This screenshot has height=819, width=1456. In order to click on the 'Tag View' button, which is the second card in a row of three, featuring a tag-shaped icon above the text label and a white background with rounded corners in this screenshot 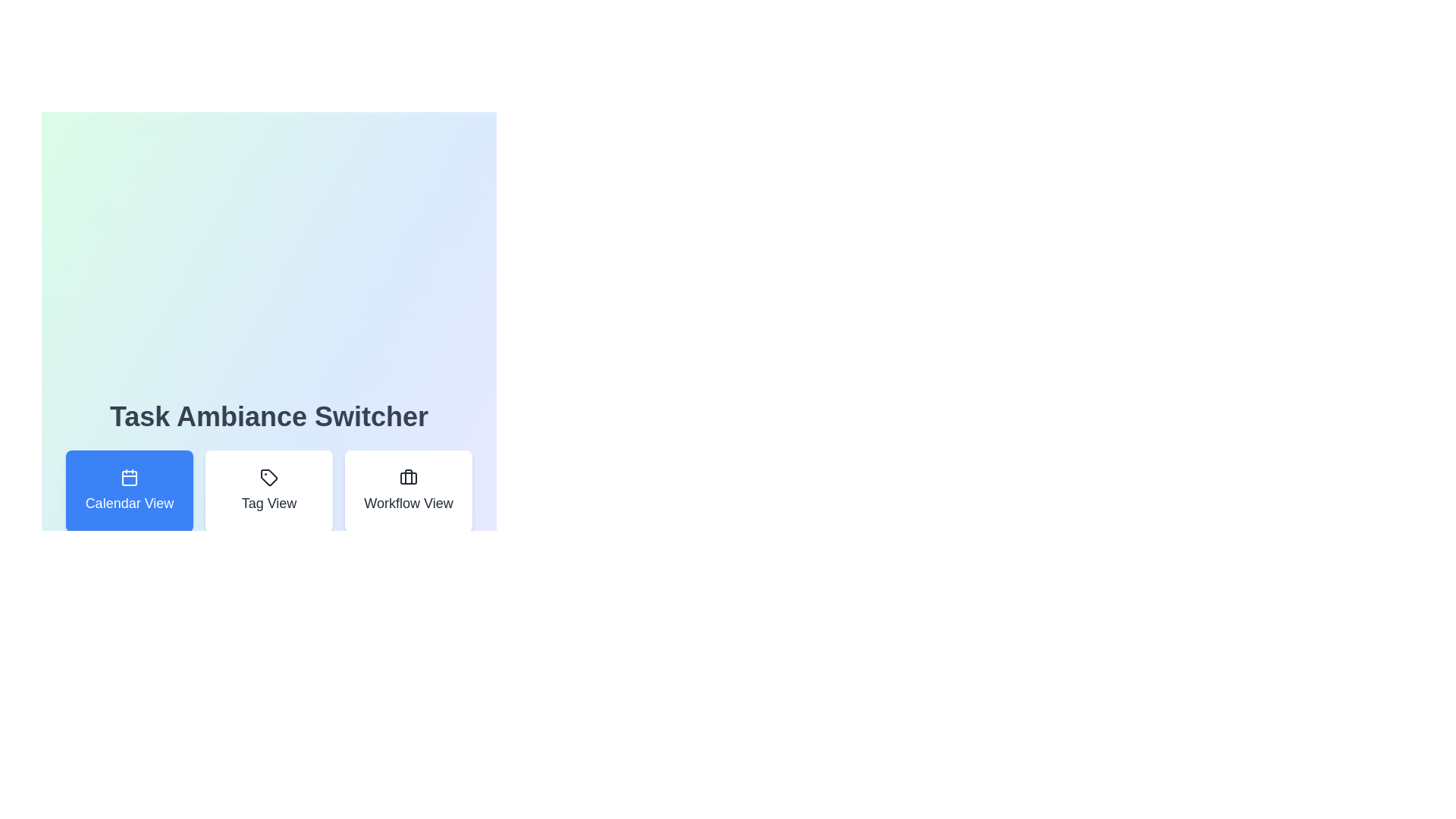, I will do `click(269, 491)`.